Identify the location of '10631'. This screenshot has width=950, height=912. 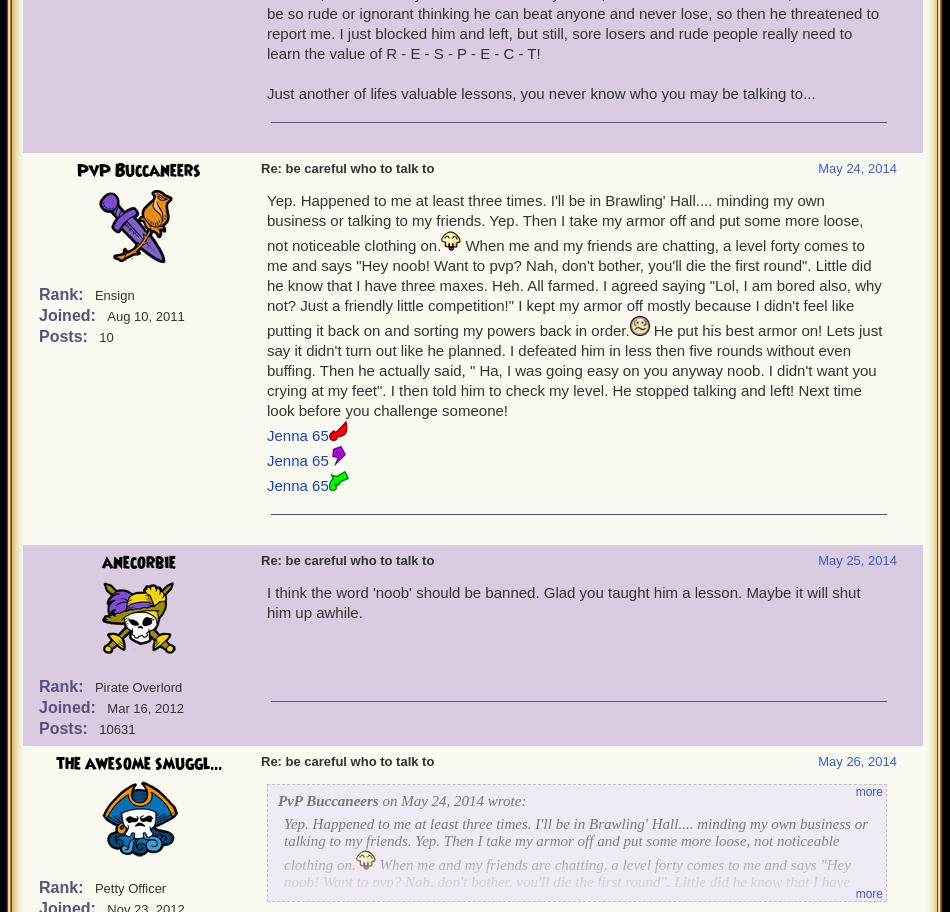
(117, 728).